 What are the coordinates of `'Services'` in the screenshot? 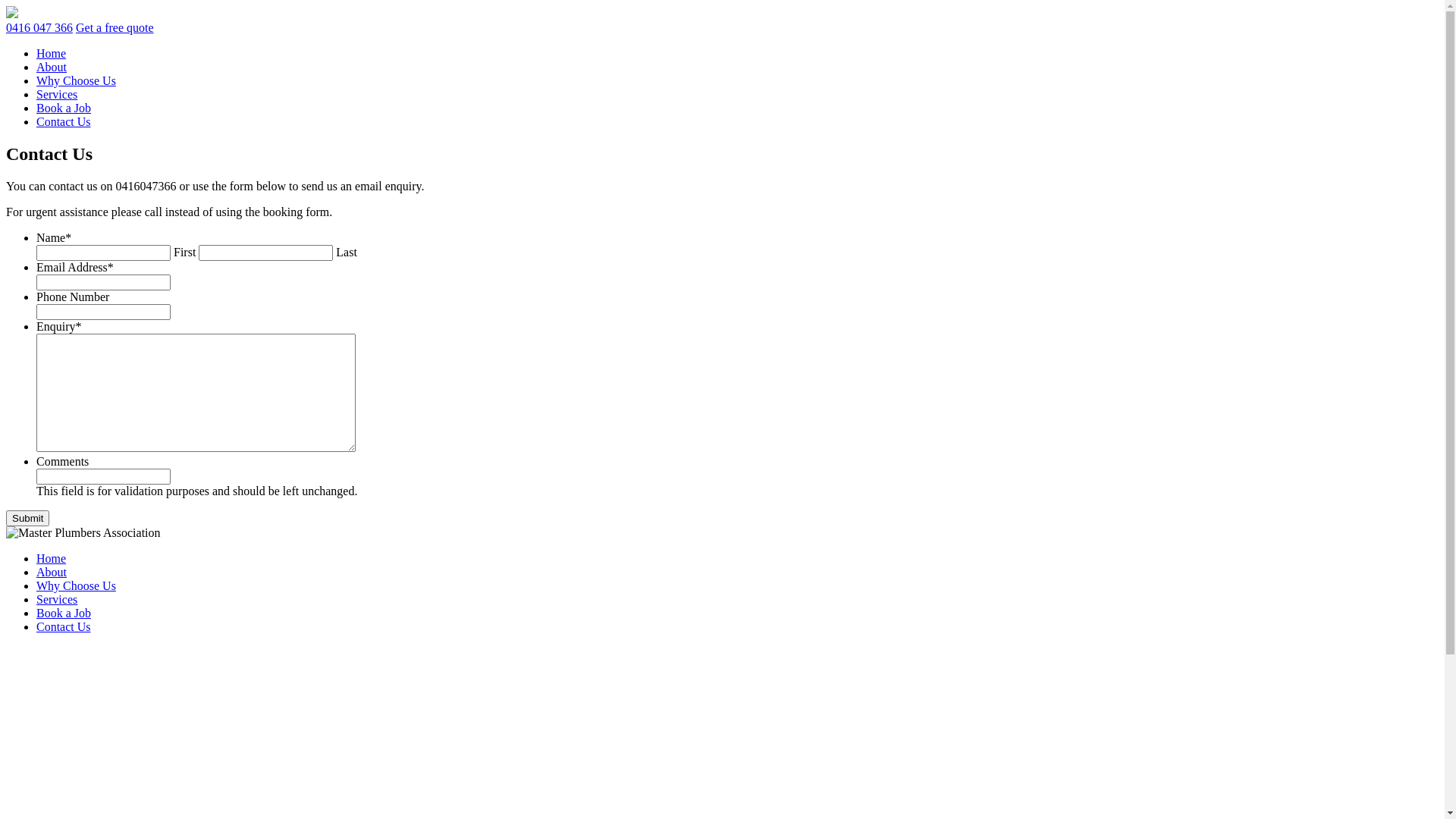 It's located at (57, 94).